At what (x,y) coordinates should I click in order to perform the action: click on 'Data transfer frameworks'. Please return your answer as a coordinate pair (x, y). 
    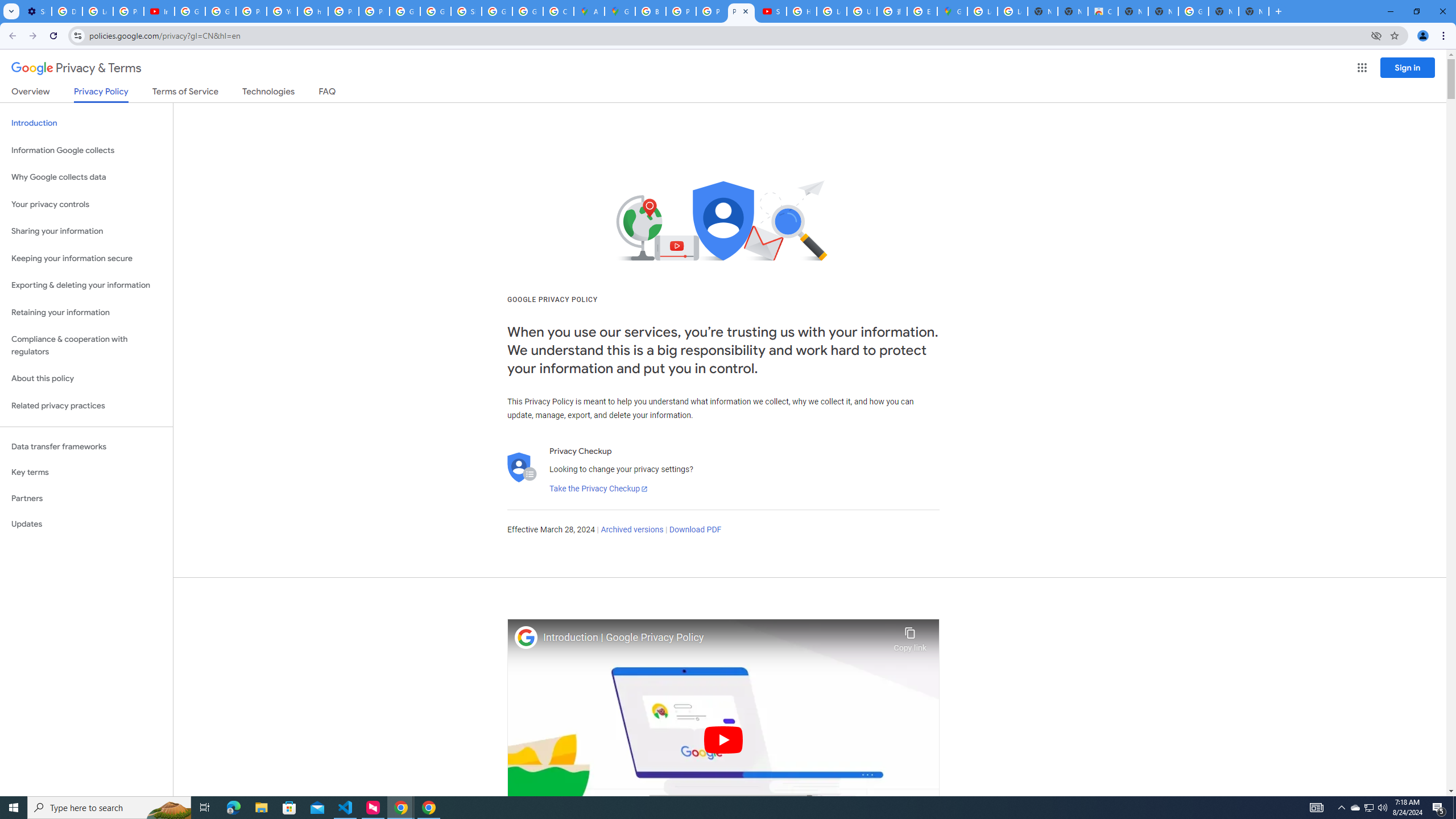
    Looking at the image, I should click on (86, 446).